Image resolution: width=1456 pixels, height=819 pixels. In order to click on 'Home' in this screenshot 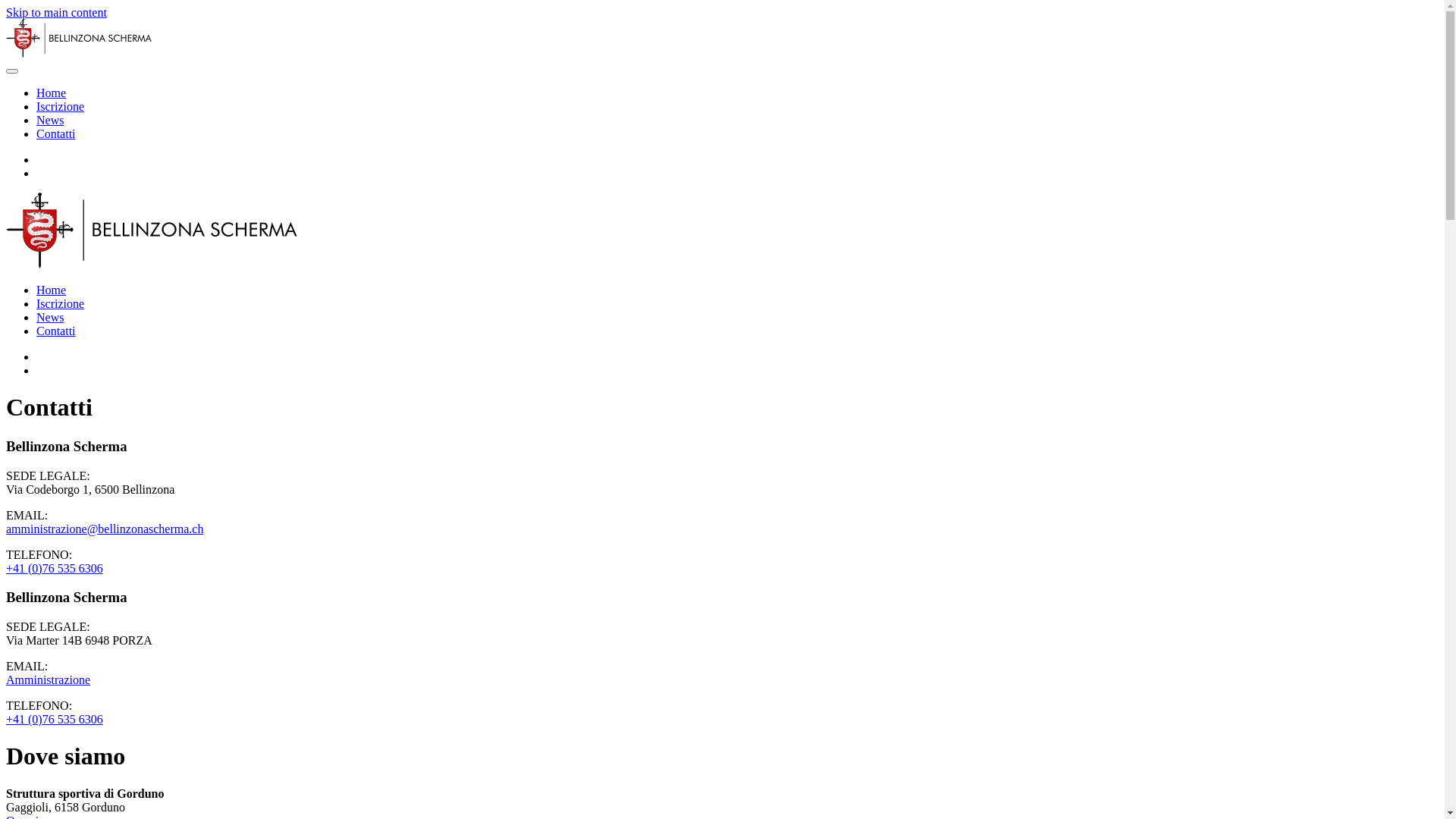, I will do `click(36, 290)`.